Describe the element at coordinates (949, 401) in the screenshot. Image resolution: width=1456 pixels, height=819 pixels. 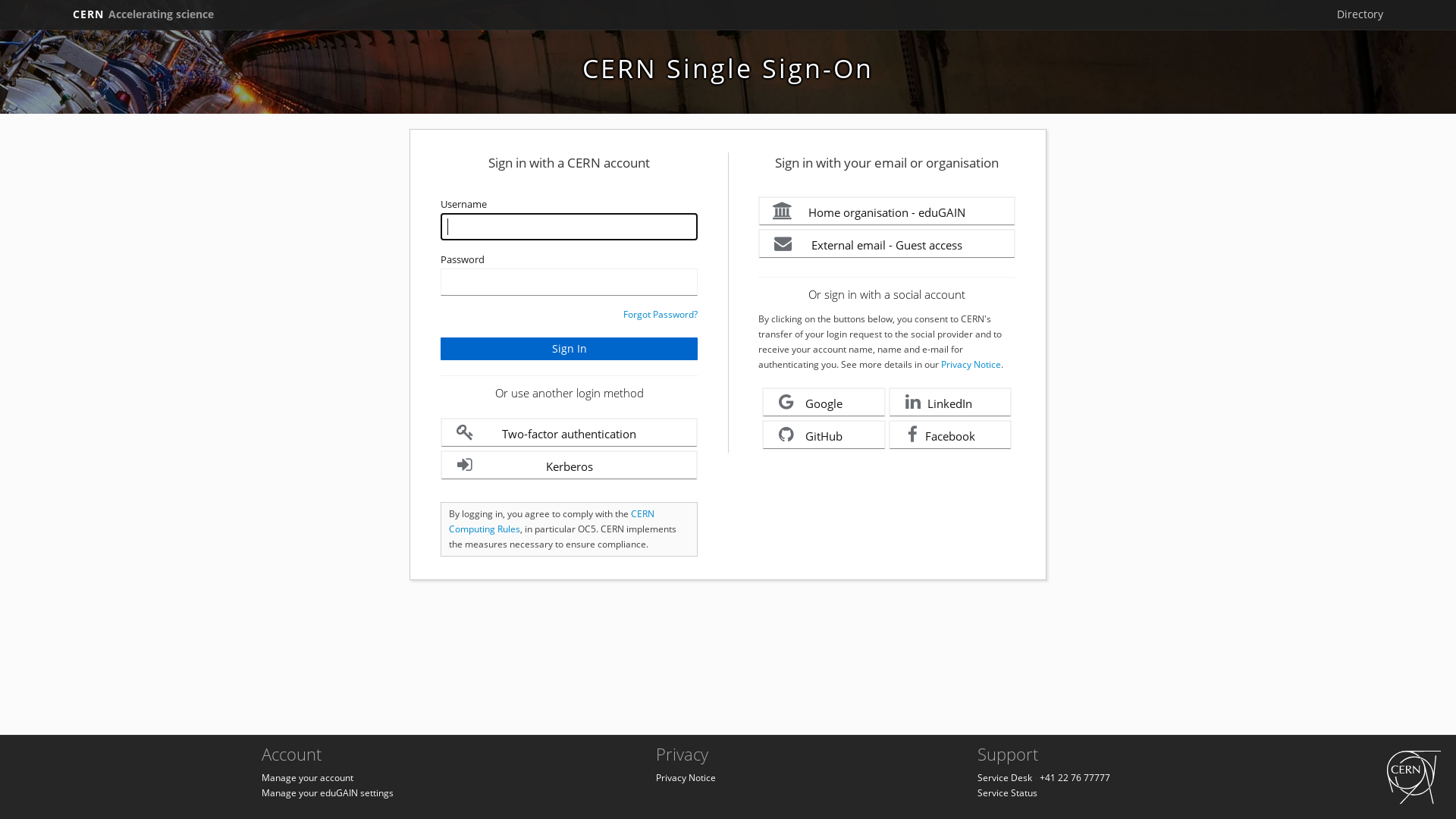
I see `'LinkedIn'` at that location.